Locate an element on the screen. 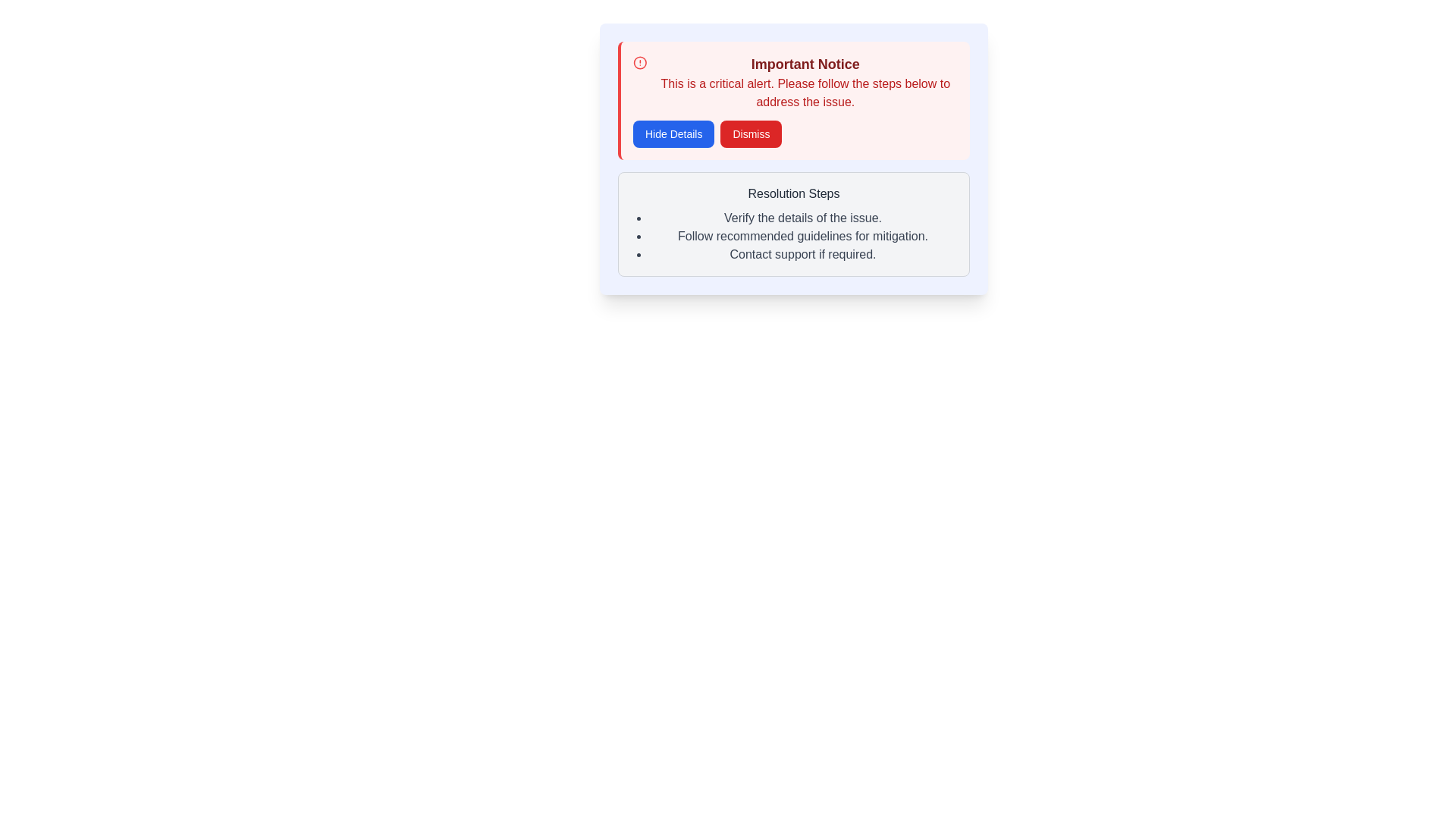 The width and height of the screenshot is (1456, 819). the rectangular red button labeled 'Dismiss' is located at coordinates (751, 133).